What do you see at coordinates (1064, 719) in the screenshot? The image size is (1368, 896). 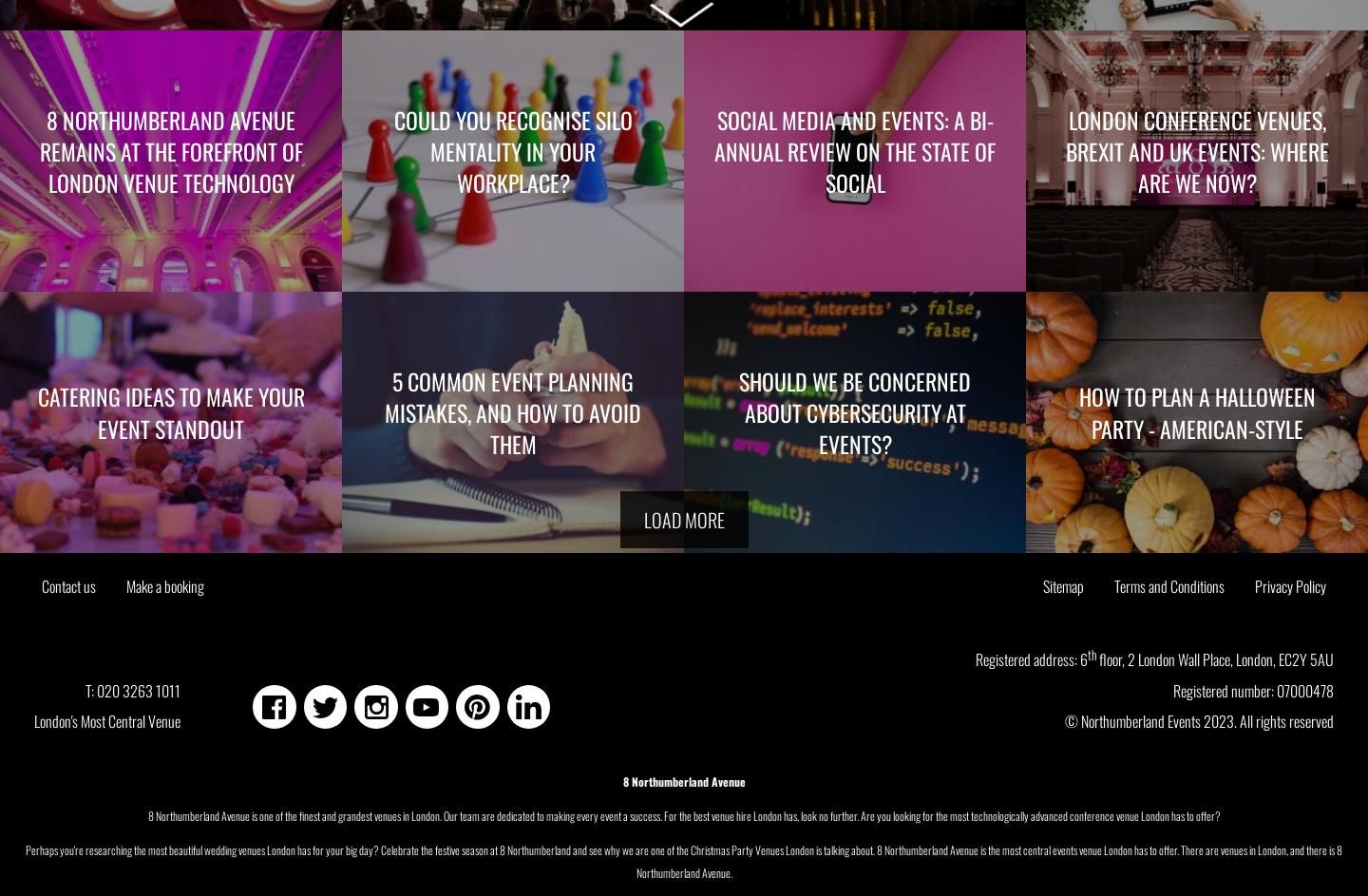 I see `'© Northumberland Events 2023. All rights reserved'` at bounding box center [1064, 719].